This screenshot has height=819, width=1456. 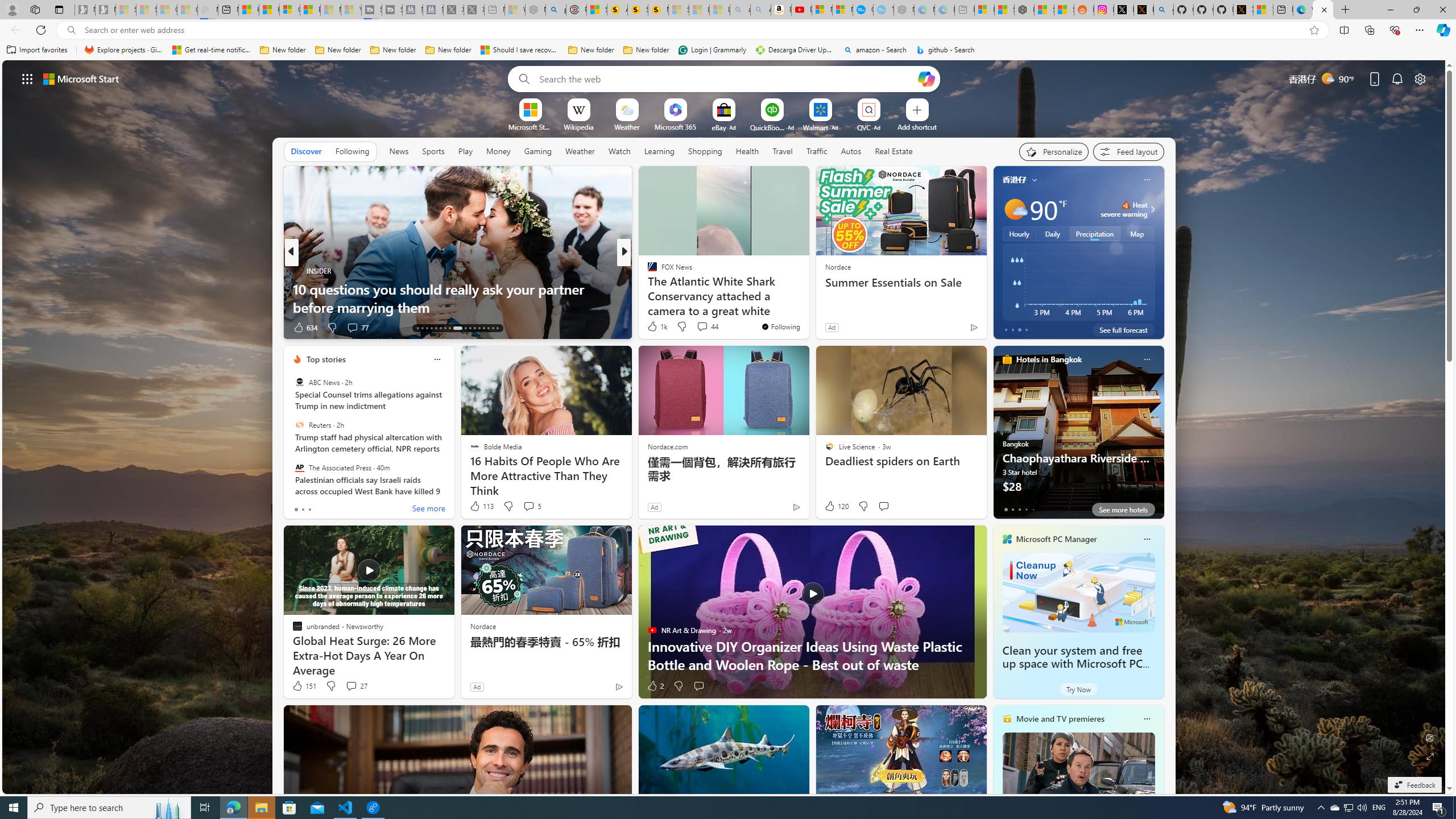 What do you see at coordinates (705, 150) in the screenshot?
I see `'Shopping'` at bounding box center [705, 150].